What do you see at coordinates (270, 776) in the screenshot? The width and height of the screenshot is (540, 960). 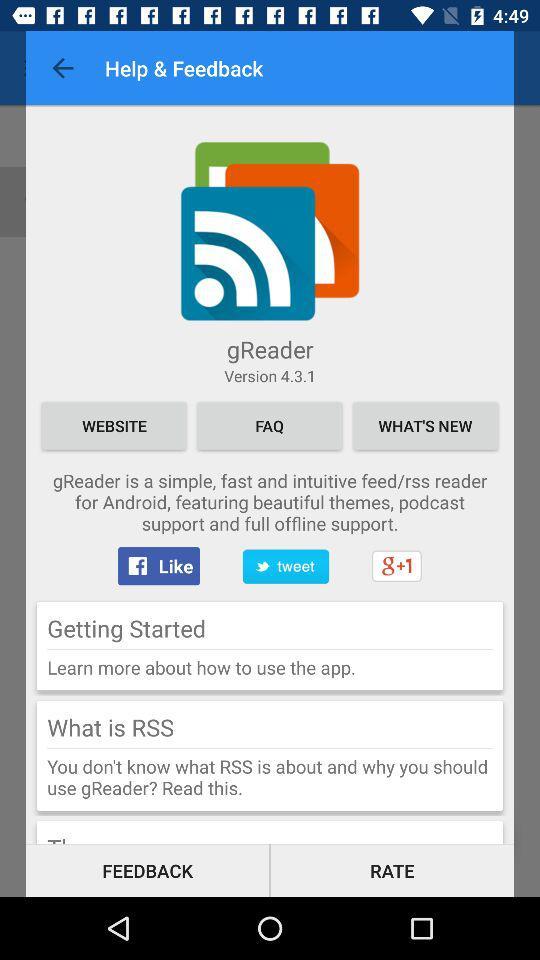 I see `you don t` at bounding box center [270, 776].